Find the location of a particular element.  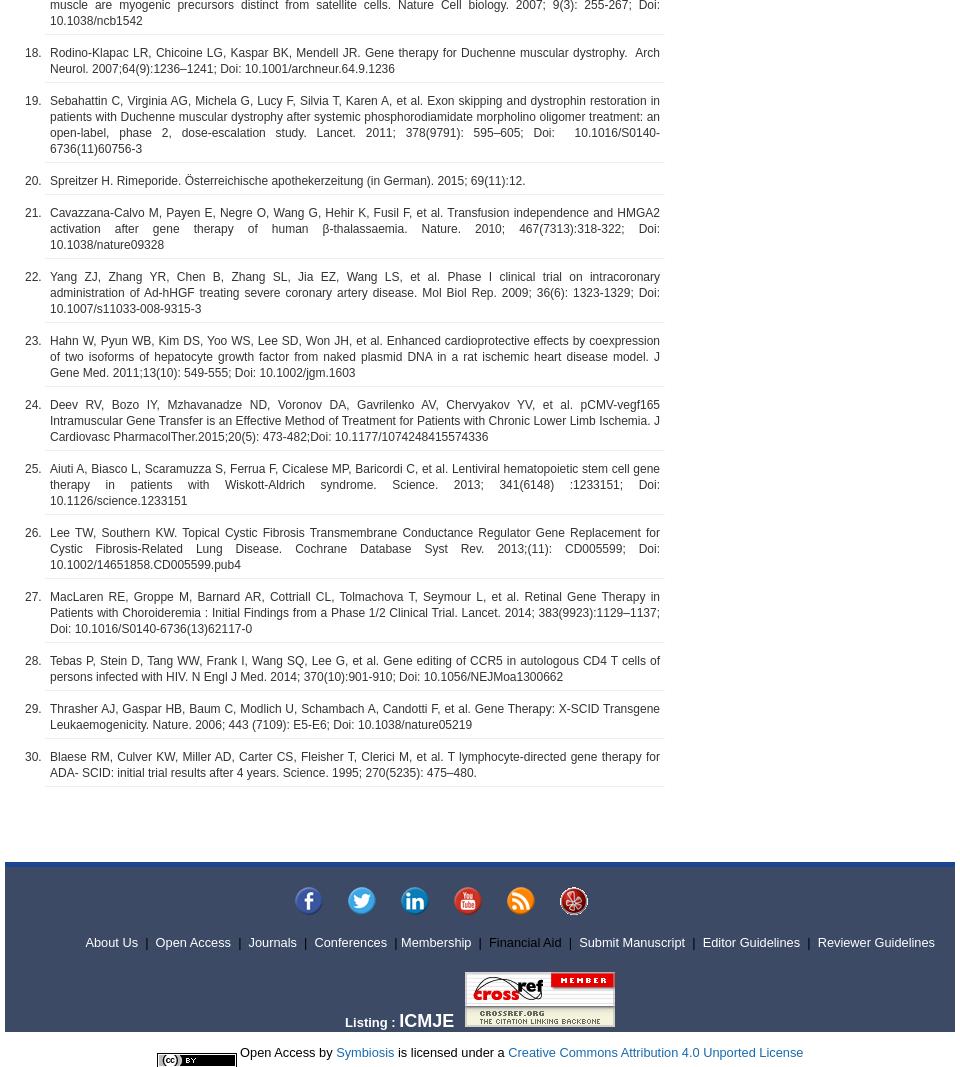

'Deev RV, Bozo  IY, Mzhavanadze ND, Voronov DA, Gavrilenko AV, Chervyakov  YV, et al. pCMV-vegf165 Intramuscular Gene Transfer is an Effective Method of Treatment  for Patients with Chronic Lower Limb Ischemia. J Cardiovasc PharmacolTher.2015;20(5):  473-482;Doi: 10.1177/1074248415574336' is located at coordinates (355, 420).